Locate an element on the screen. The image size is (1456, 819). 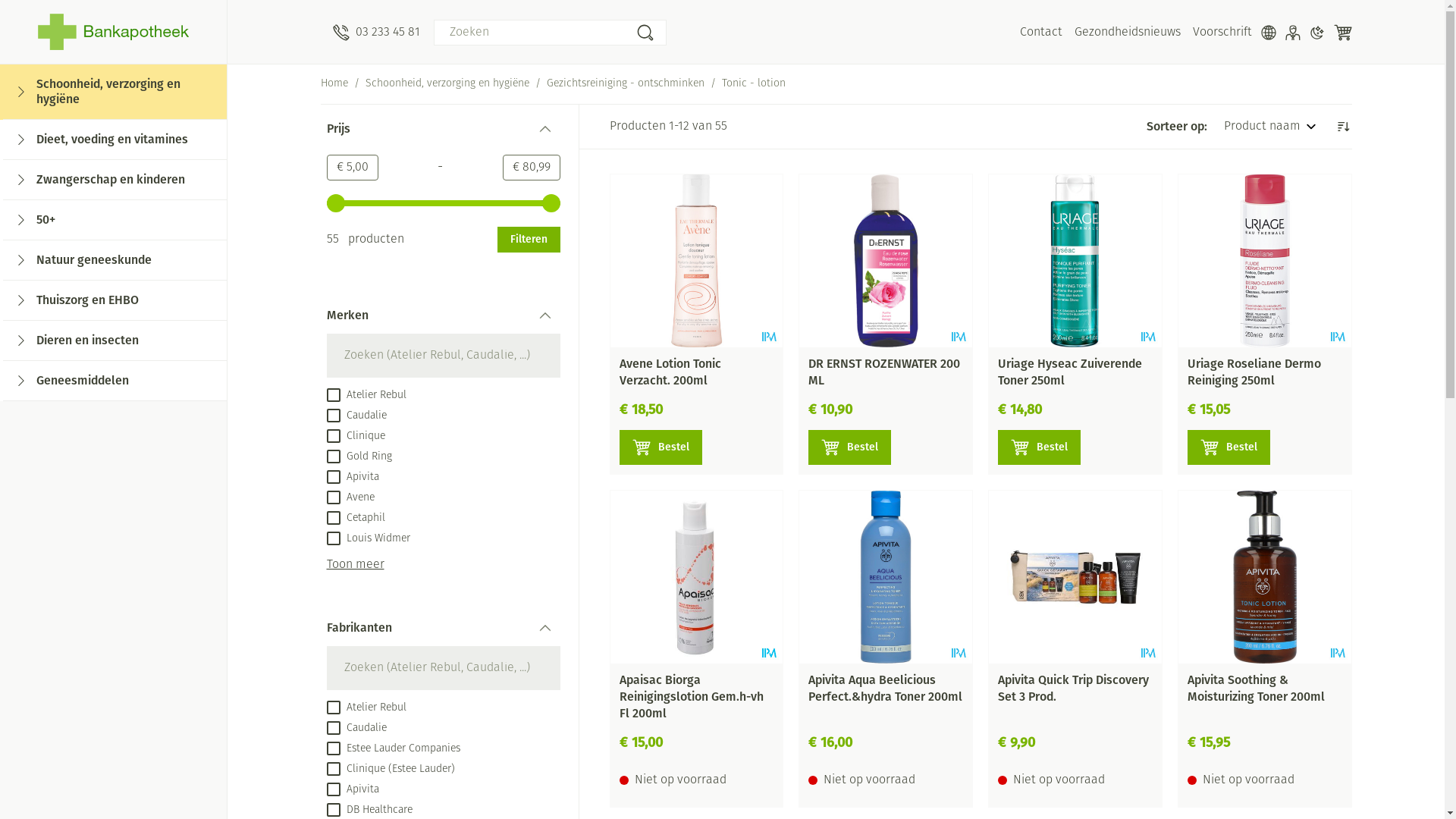
'Uriage Hyseac Zuiverende Toner 250ml' is located at coordinates (1069, 372).